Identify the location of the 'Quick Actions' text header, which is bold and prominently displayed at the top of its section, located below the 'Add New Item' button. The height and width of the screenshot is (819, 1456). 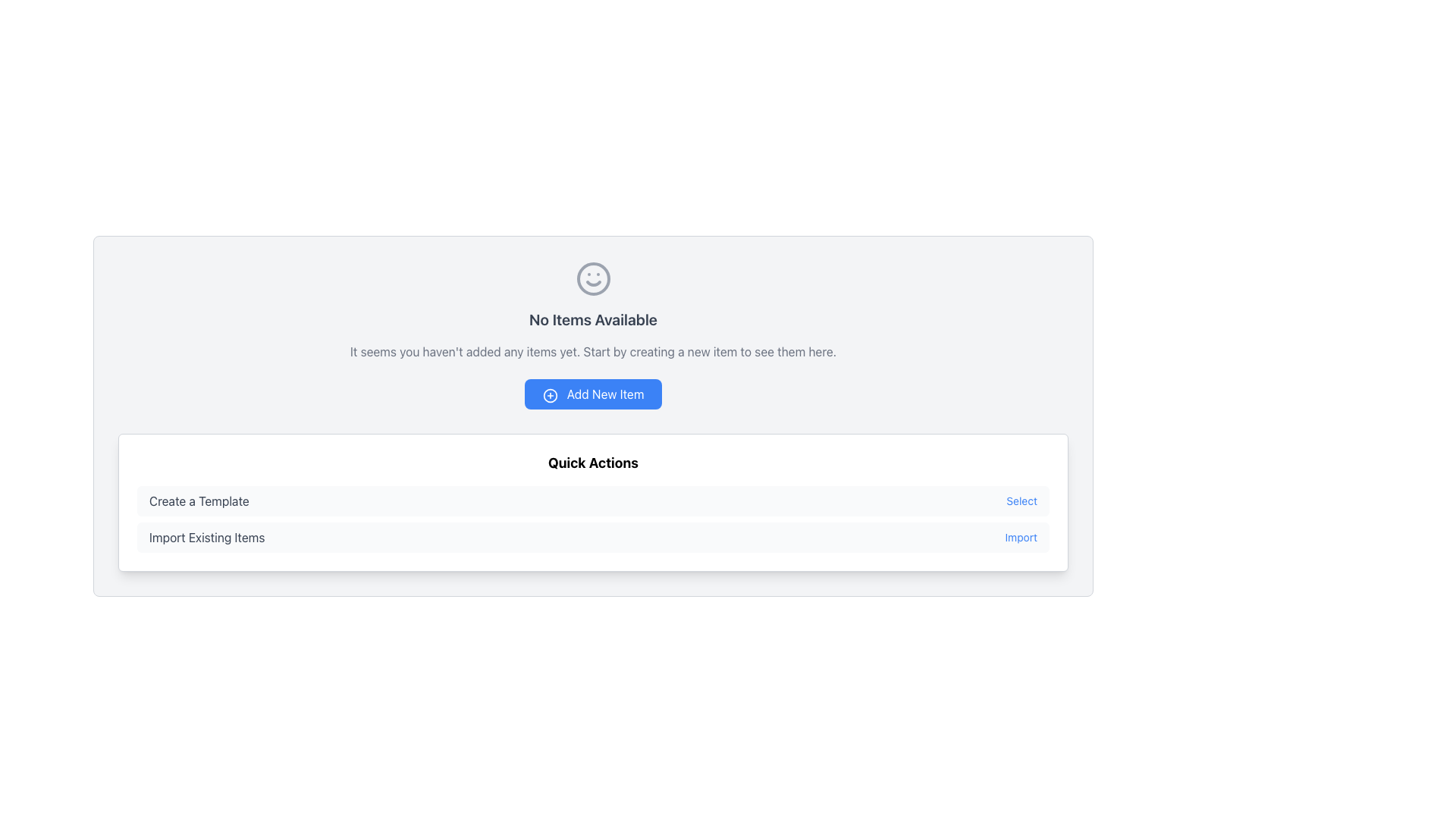
(592, 462).